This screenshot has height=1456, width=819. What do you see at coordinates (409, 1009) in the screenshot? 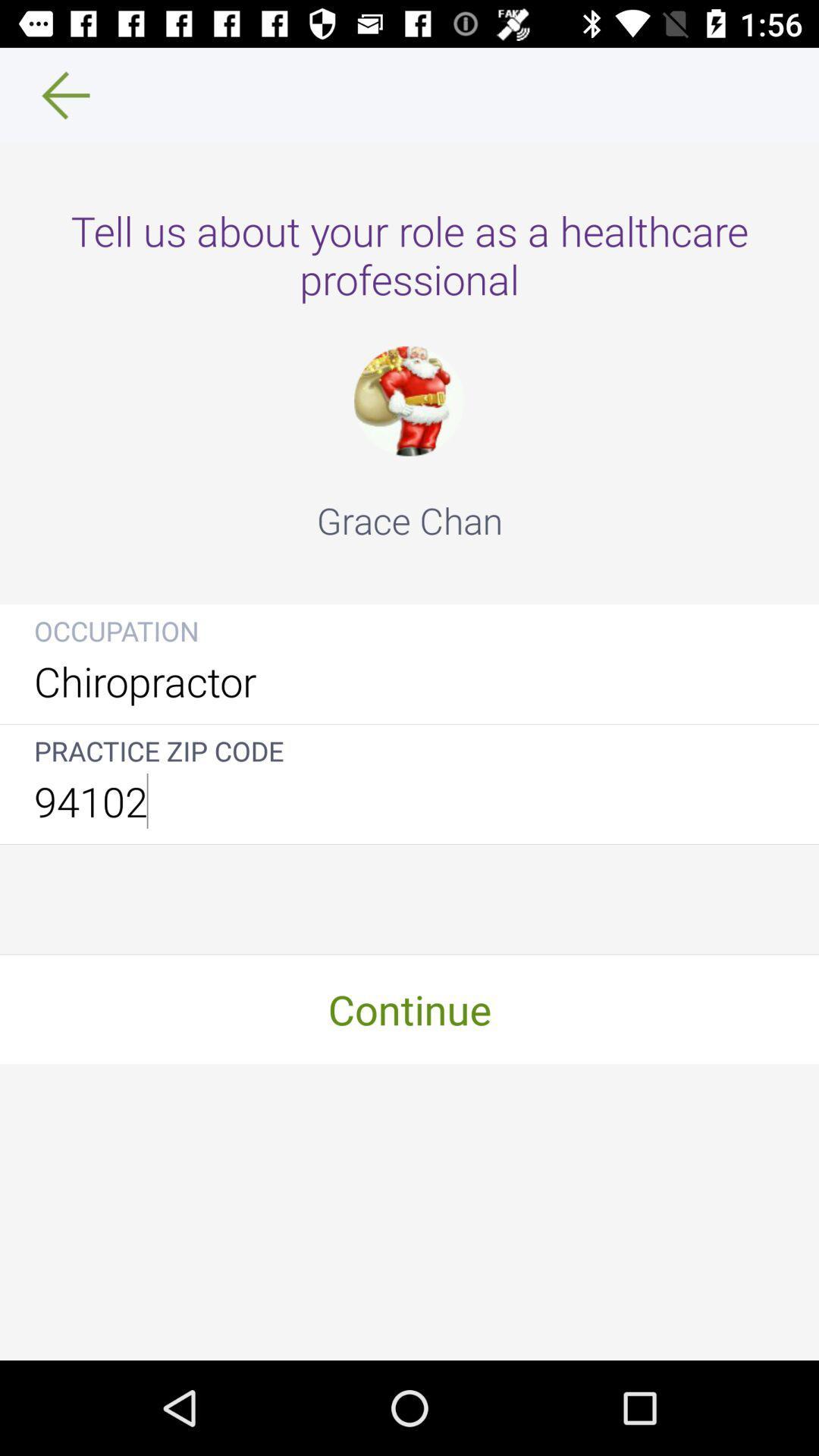
I see `continue item` at bounding box center [409, 1009].